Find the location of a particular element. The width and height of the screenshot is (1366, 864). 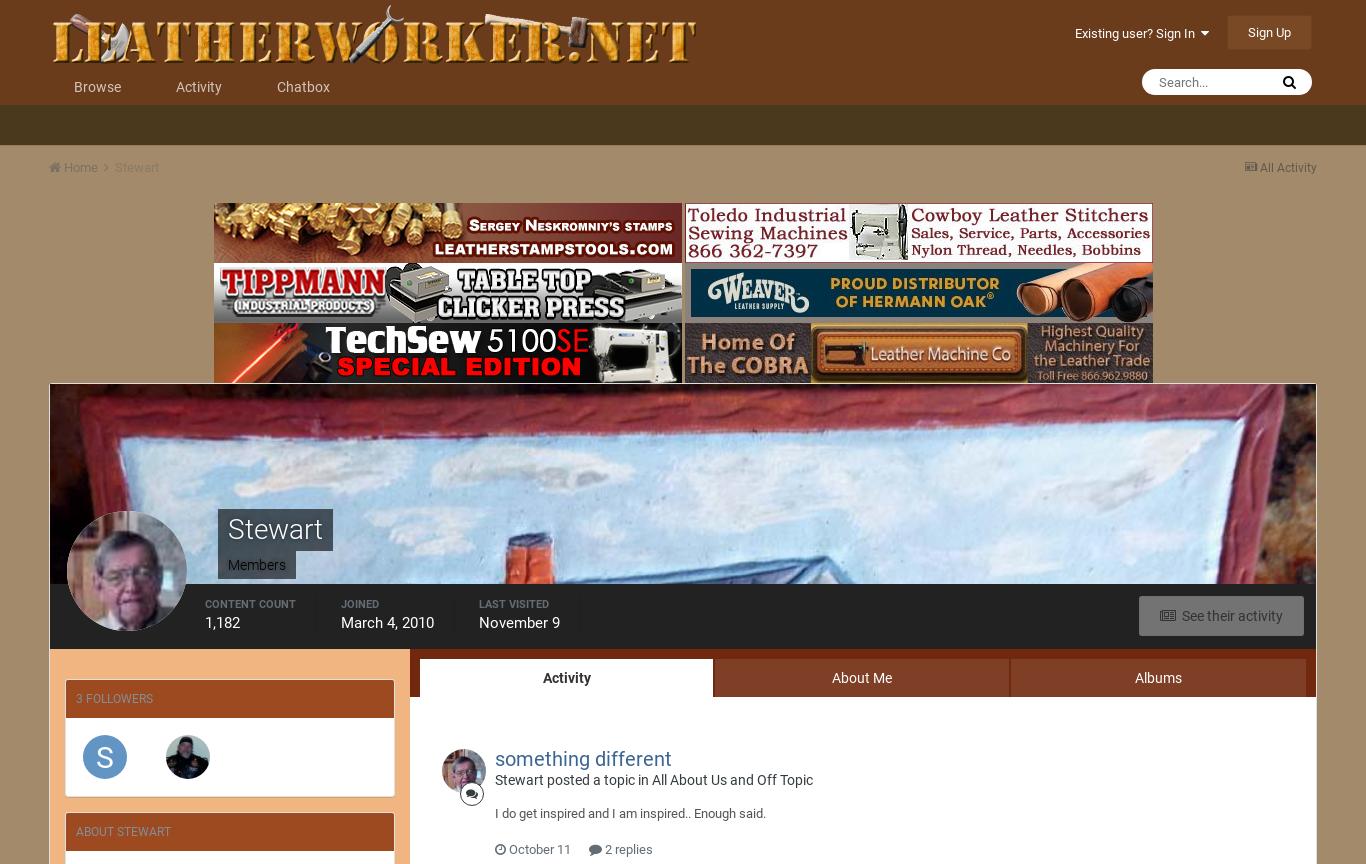

'Existing user? Sign In' is located at coordinates (1136, 33).